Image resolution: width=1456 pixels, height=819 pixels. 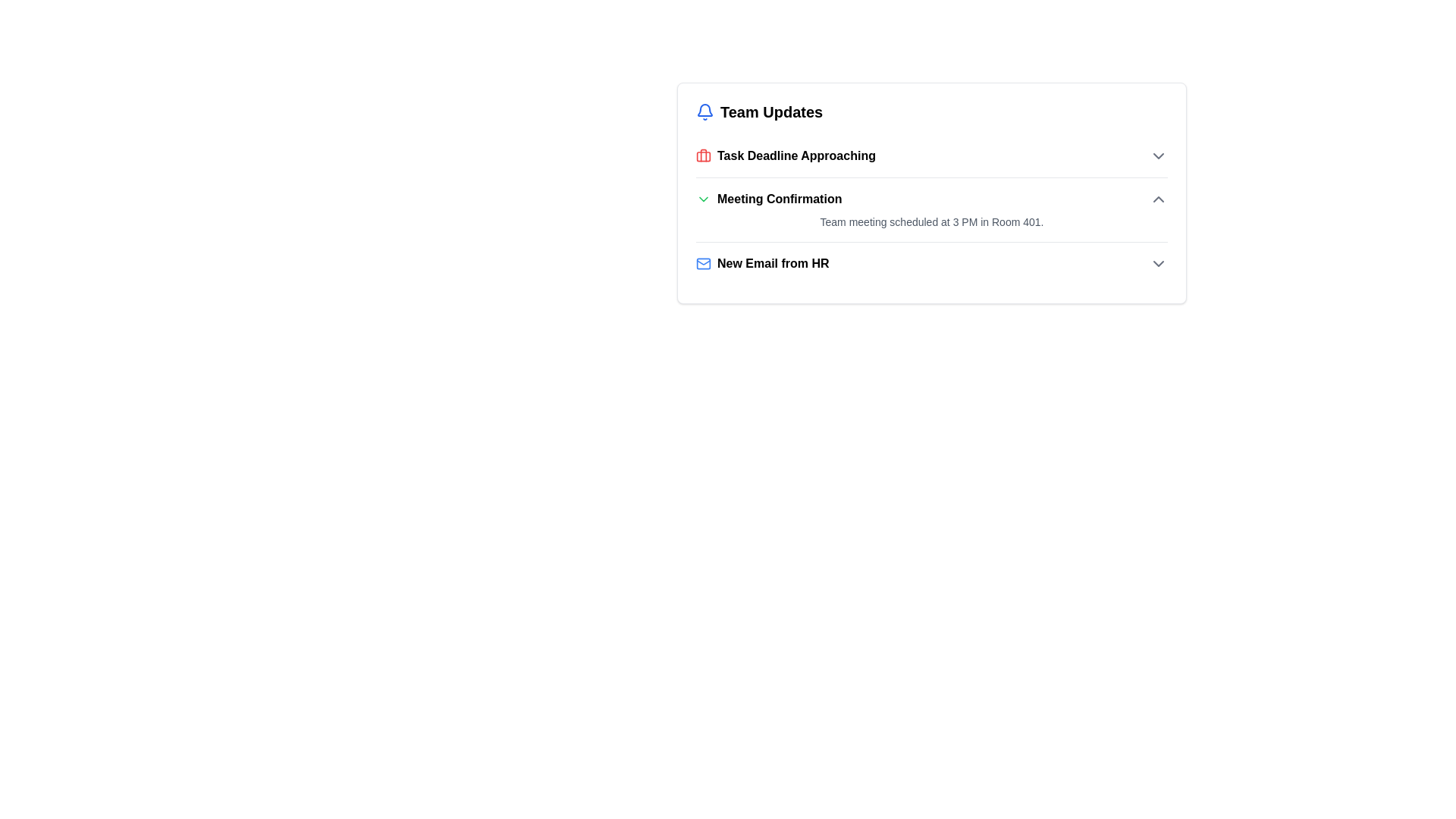 I want to click on the 'Meeting Confirmation' title bar, which is the second item in the list of updates under 'Team Updates.', so click(x=930, y=198).